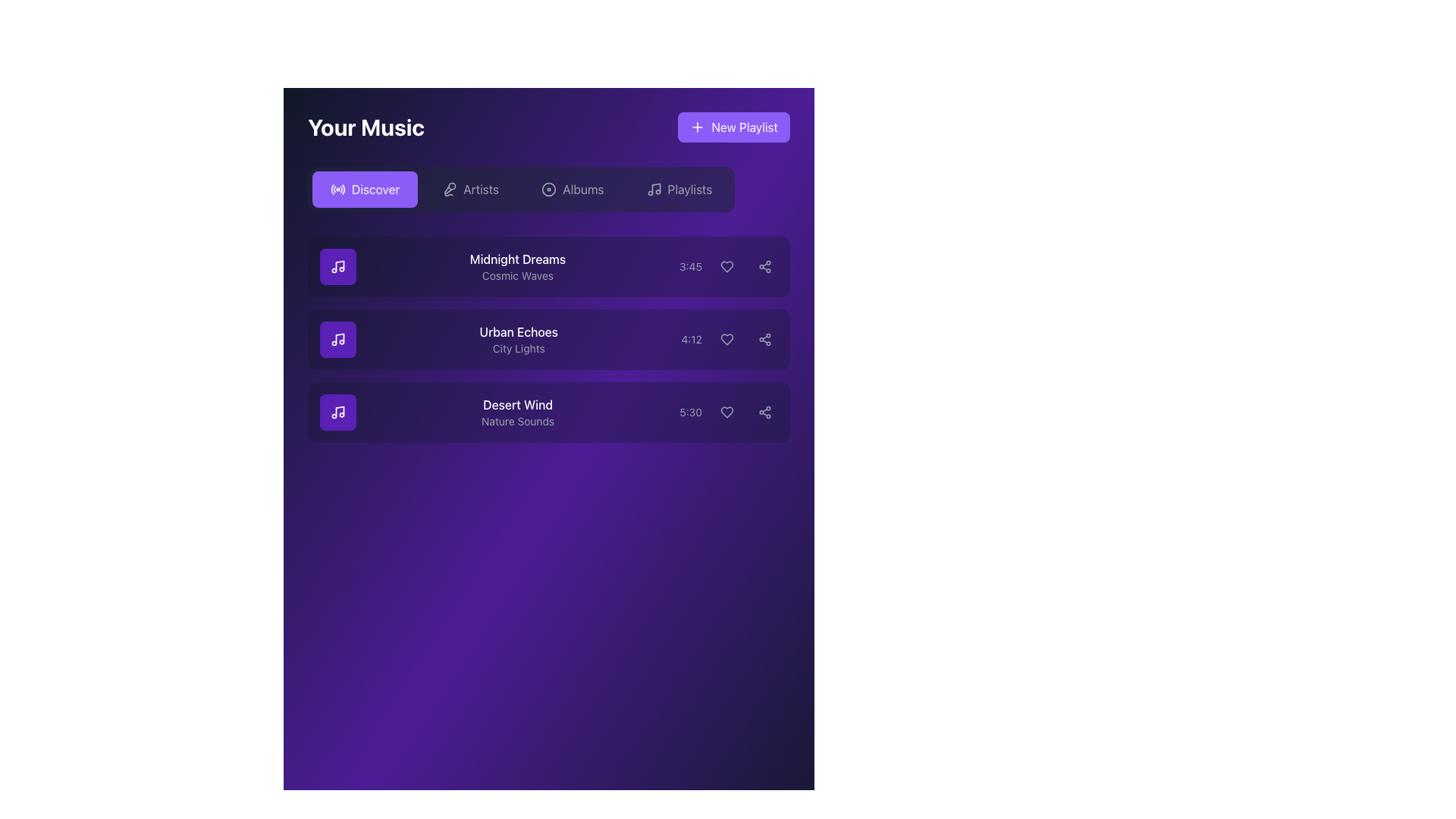 The width and height of the screenshot is (1456, 819). What do you see at coordinates (480, 189) in the screenshot?
I see `the 'Artists' Text Label in the horizontal navigation menu of the 'Your Music' section` at bounding box center [480, 189].